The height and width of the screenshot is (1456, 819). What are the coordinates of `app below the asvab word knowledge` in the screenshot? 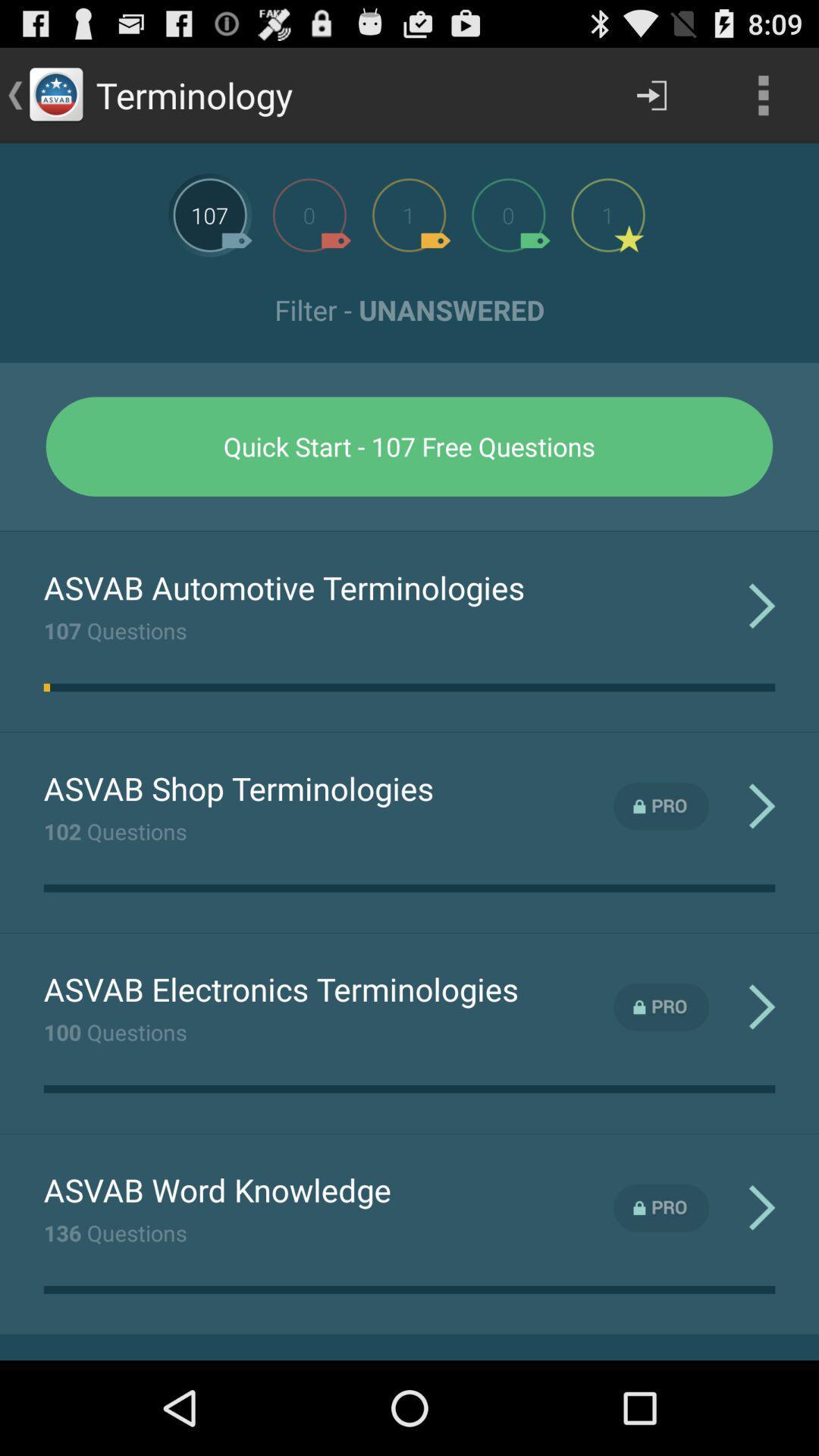 It's located at (115, 1232).